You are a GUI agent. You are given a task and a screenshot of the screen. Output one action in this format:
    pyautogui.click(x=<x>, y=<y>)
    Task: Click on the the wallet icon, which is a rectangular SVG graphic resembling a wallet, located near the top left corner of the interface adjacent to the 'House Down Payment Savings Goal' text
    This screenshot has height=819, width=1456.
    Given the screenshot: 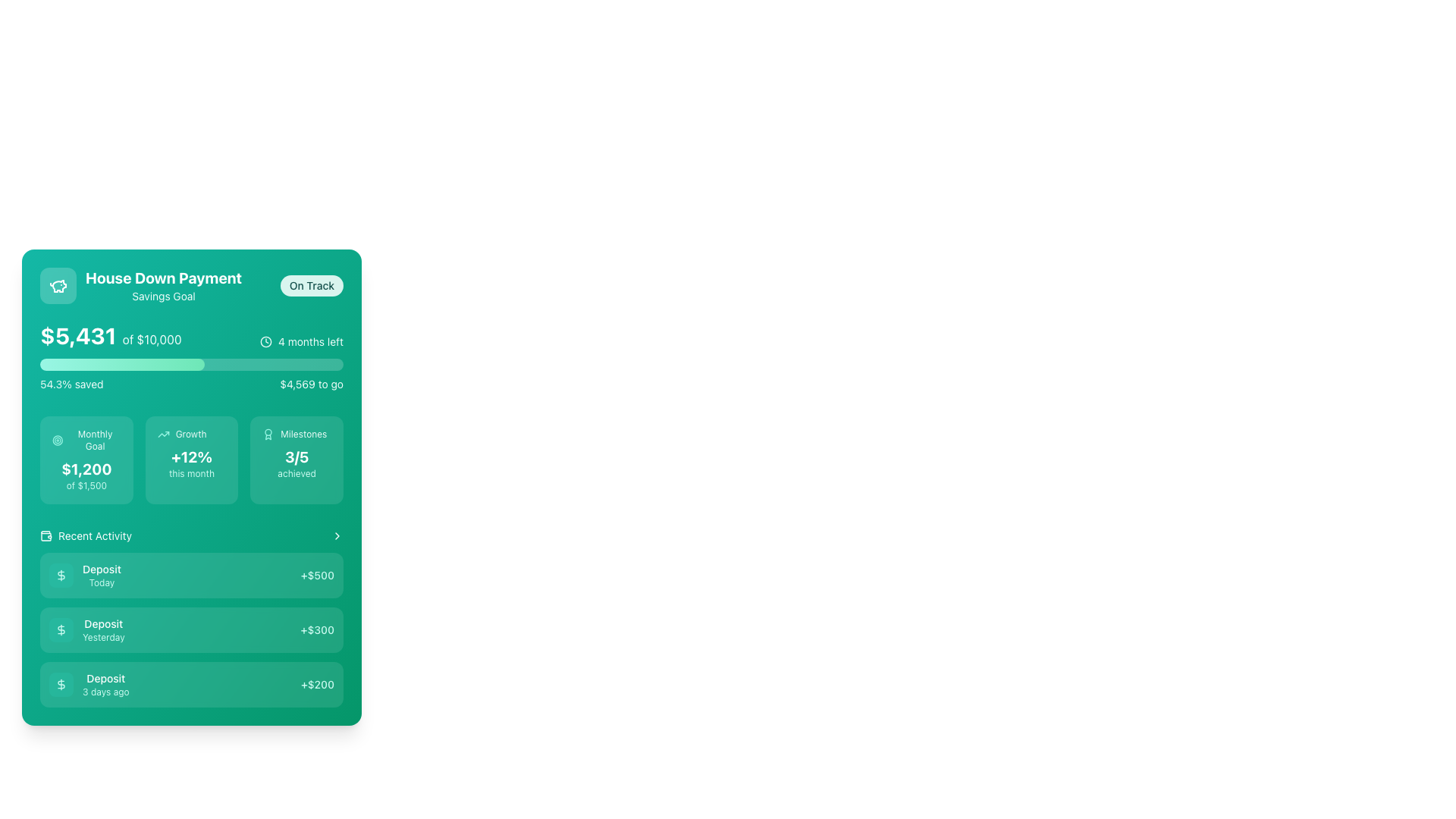 What is the action you would take?
    pyautogui.click(x=46, y=534)
    